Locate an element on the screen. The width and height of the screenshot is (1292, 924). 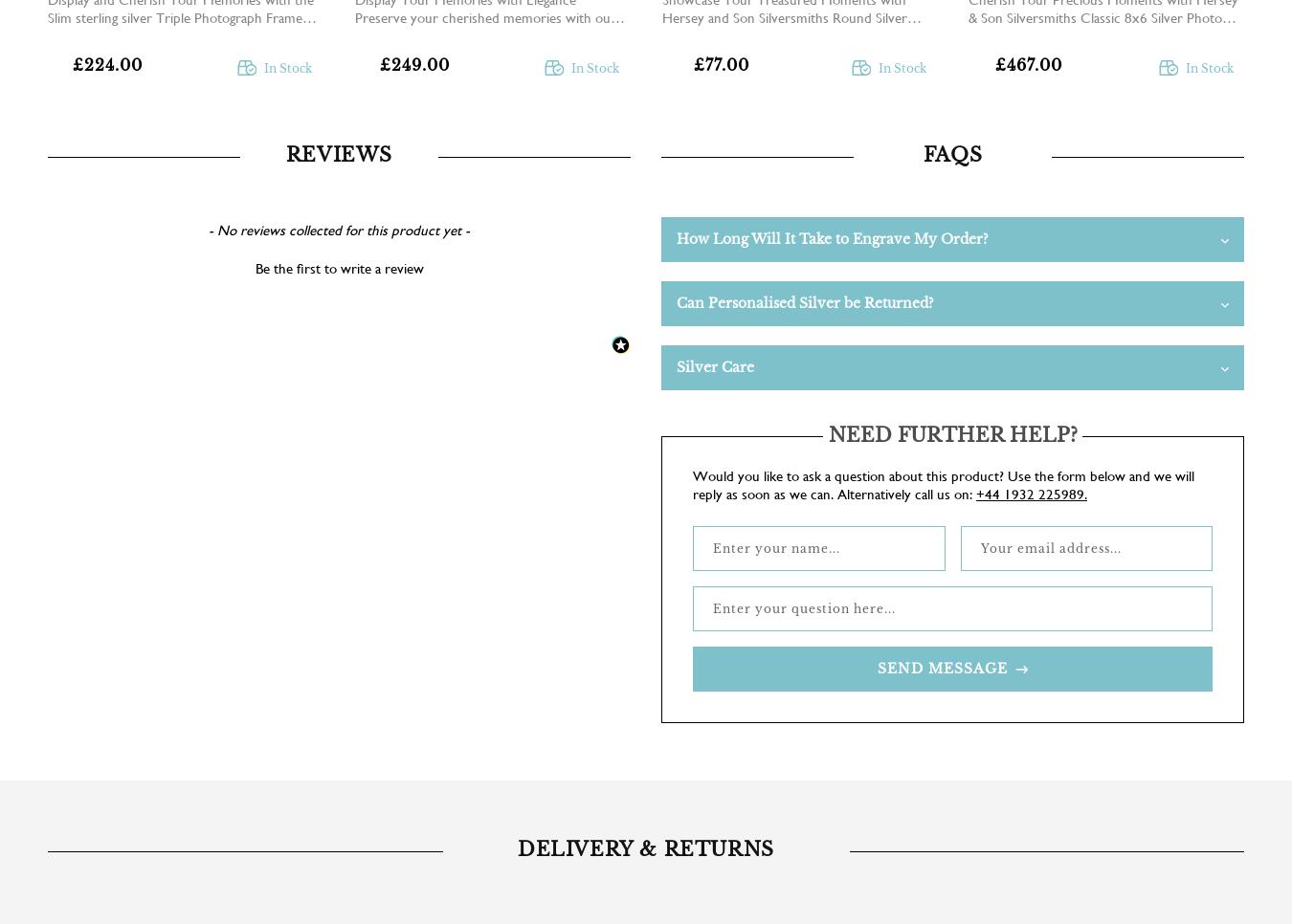
'£224.00' is located at coordinates (106, 65).